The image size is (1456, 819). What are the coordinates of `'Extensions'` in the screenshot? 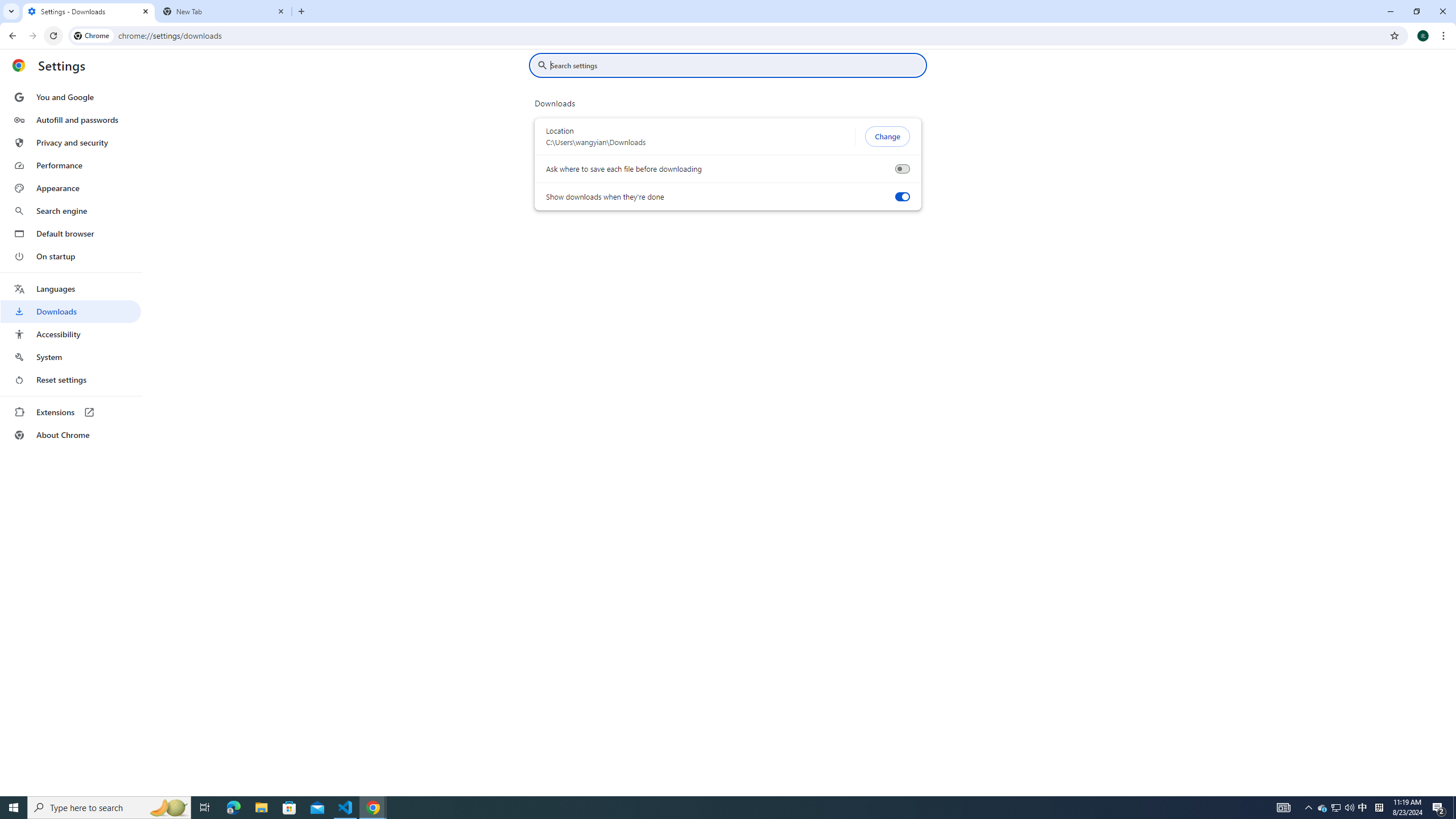 It's located at (70, 412).